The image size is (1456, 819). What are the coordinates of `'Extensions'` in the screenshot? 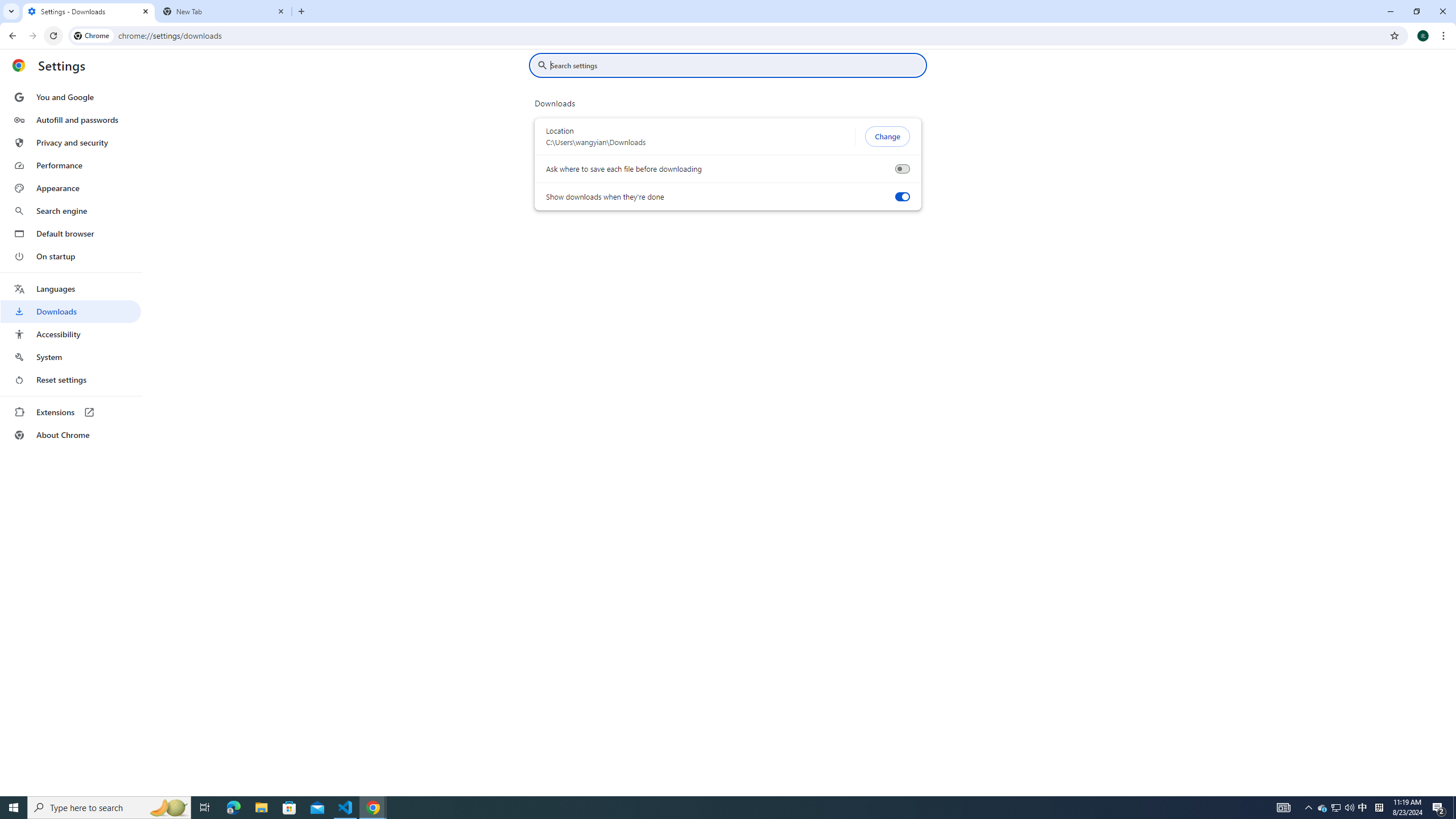 It's located at (70, 412).